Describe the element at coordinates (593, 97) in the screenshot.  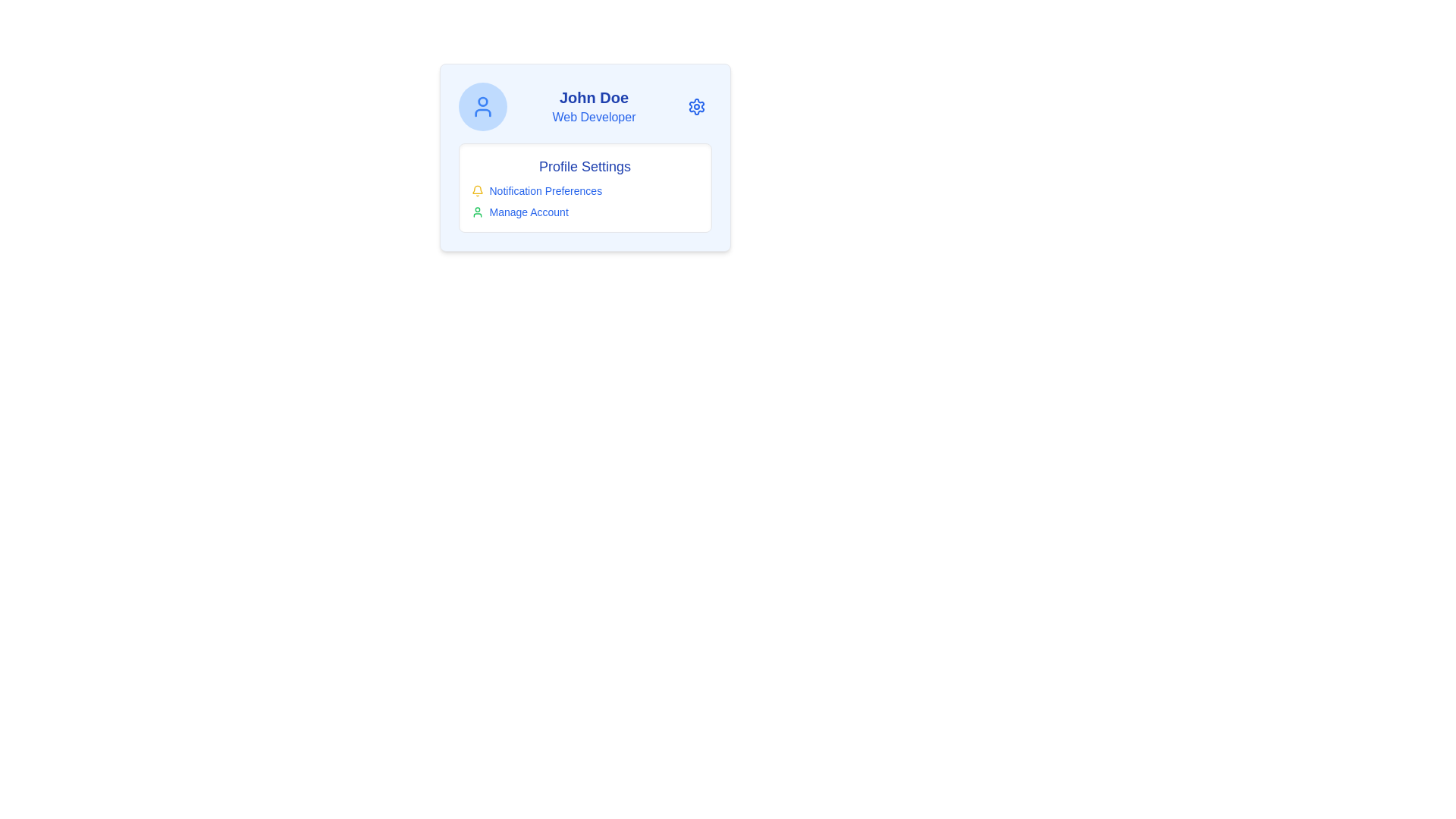
I see `text content of the user name label located at the center of the card, above the 'Web Developer' text label` at that location.